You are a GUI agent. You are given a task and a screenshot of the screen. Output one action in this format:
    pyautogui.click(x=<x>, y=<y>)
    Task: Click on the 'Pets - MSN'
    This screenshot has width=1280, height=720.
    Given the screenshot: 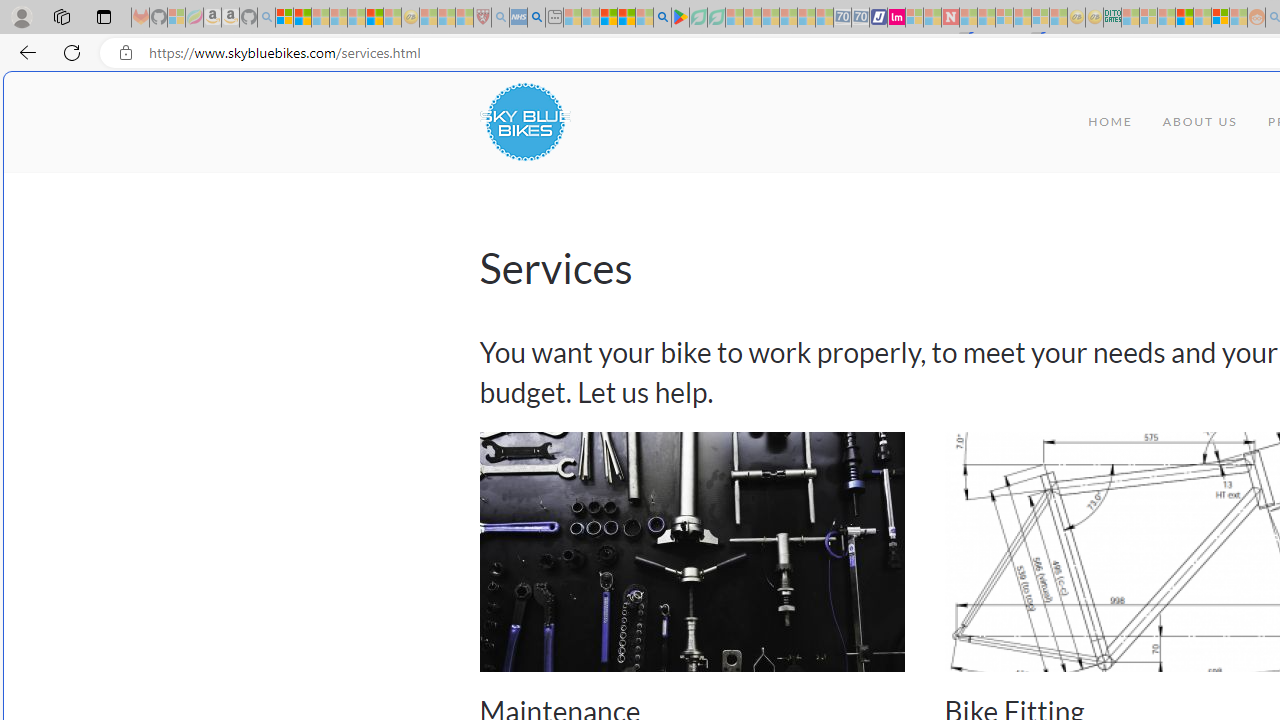 What is the action you would take?
    pyautogui.click(x=625, y=17)
    